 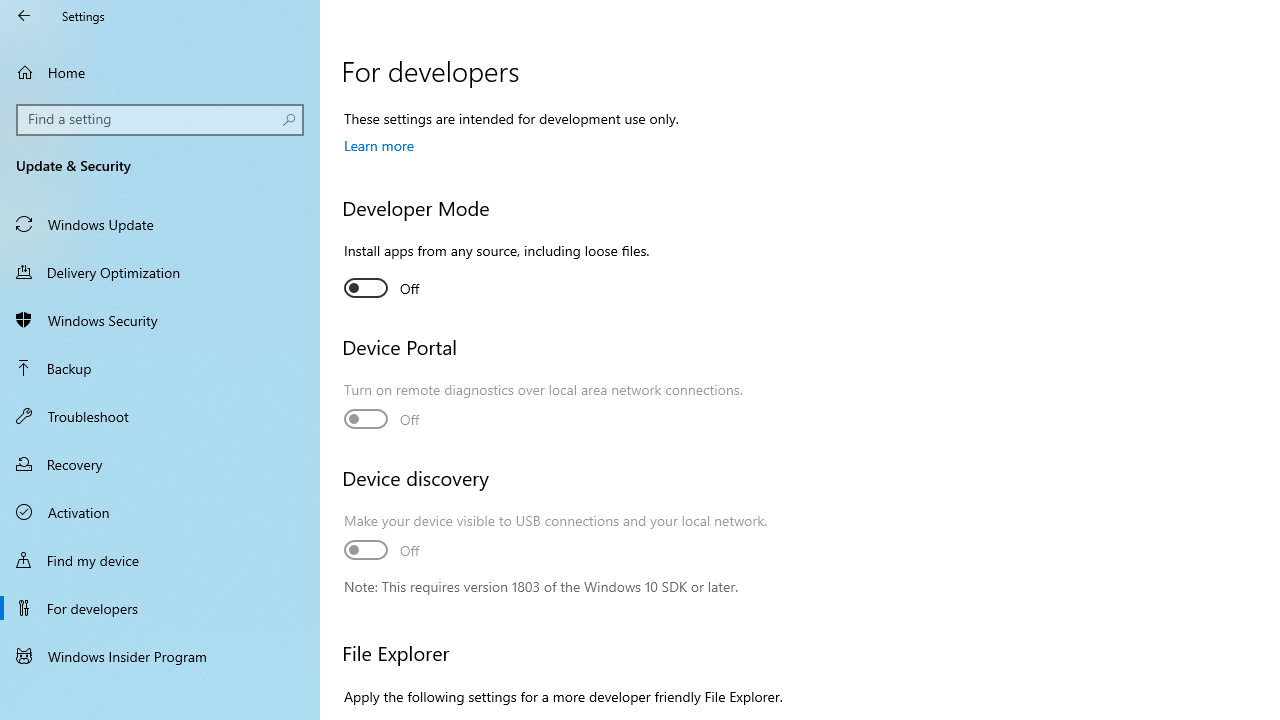 I want to click on 'Backup', so click(x=160, y=367).